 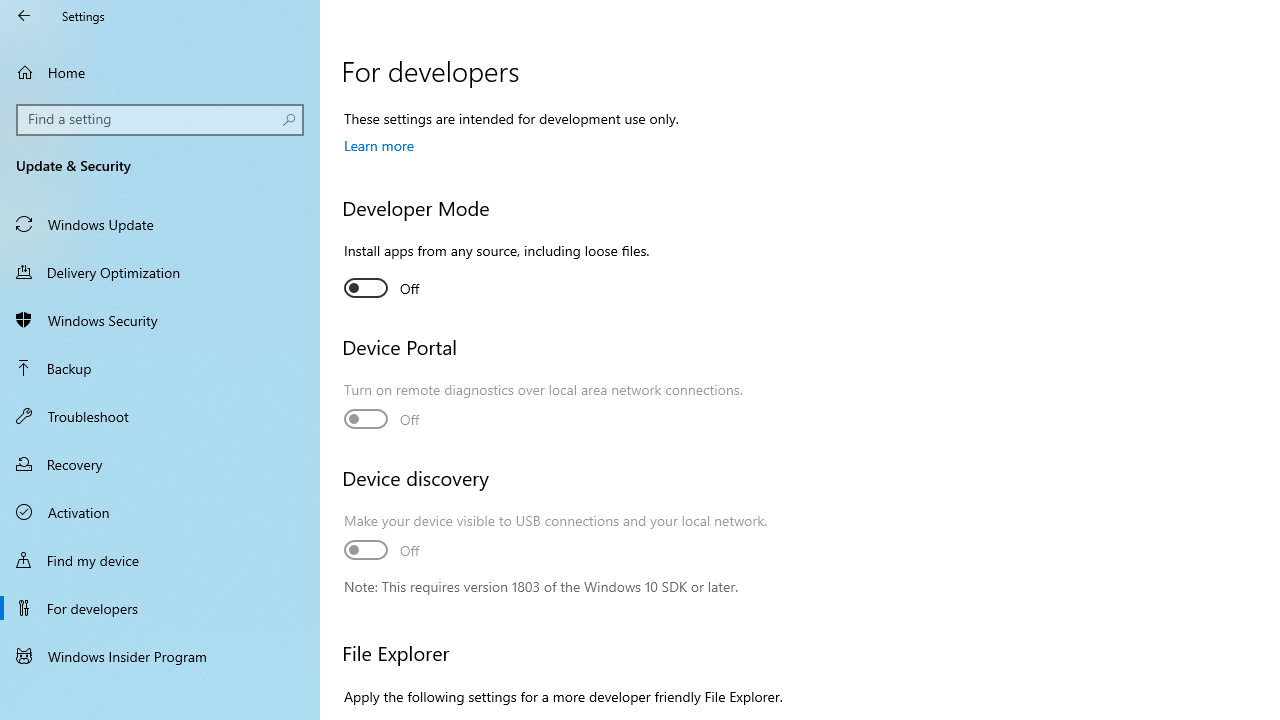 I want to click on 'Backup', so click(x=160, y=367).